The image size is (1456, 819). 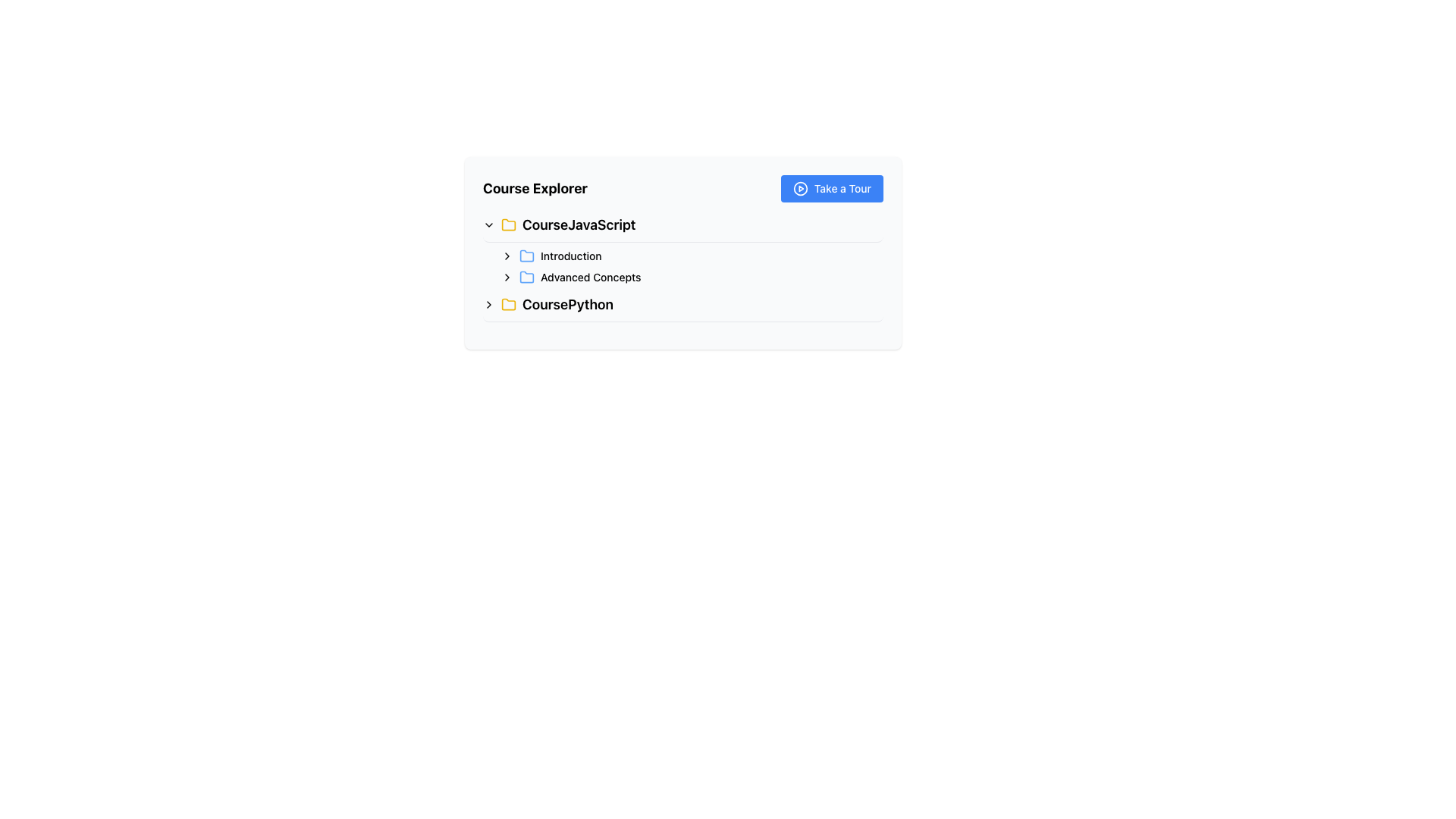 What do you see at coordinates (691, 256) in the screenshot?
I see `the 'Introduction' list item, which is the first item under the 'CourseJavaScript' group` at bounding box center [691, 256].